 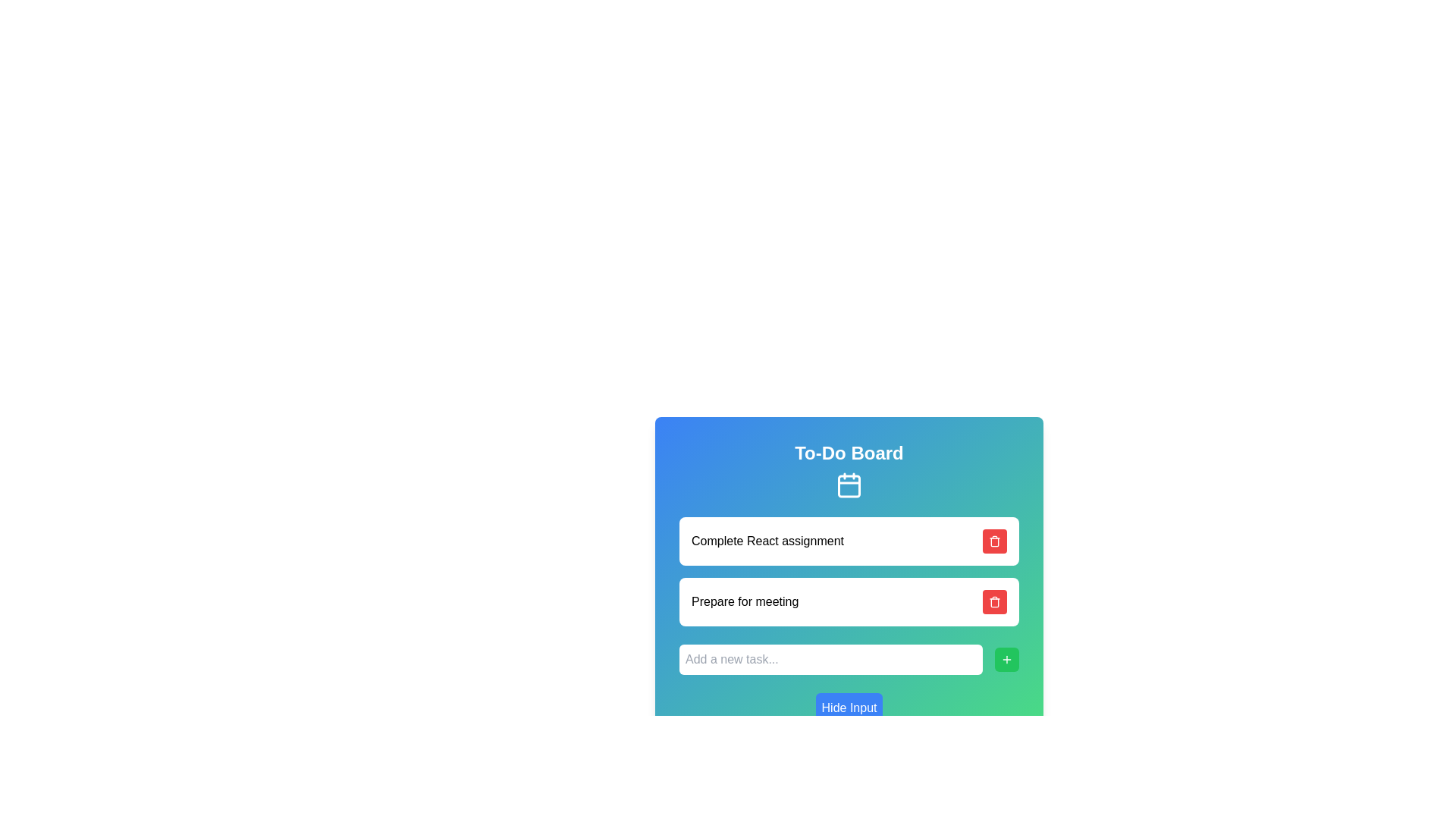 What do you see at coordinates (848, 485) in the screenshot?
I see `the calendar icon located directly below the 'To-Do Board' title in the header section of the interface` at bounding box center [848, 485].